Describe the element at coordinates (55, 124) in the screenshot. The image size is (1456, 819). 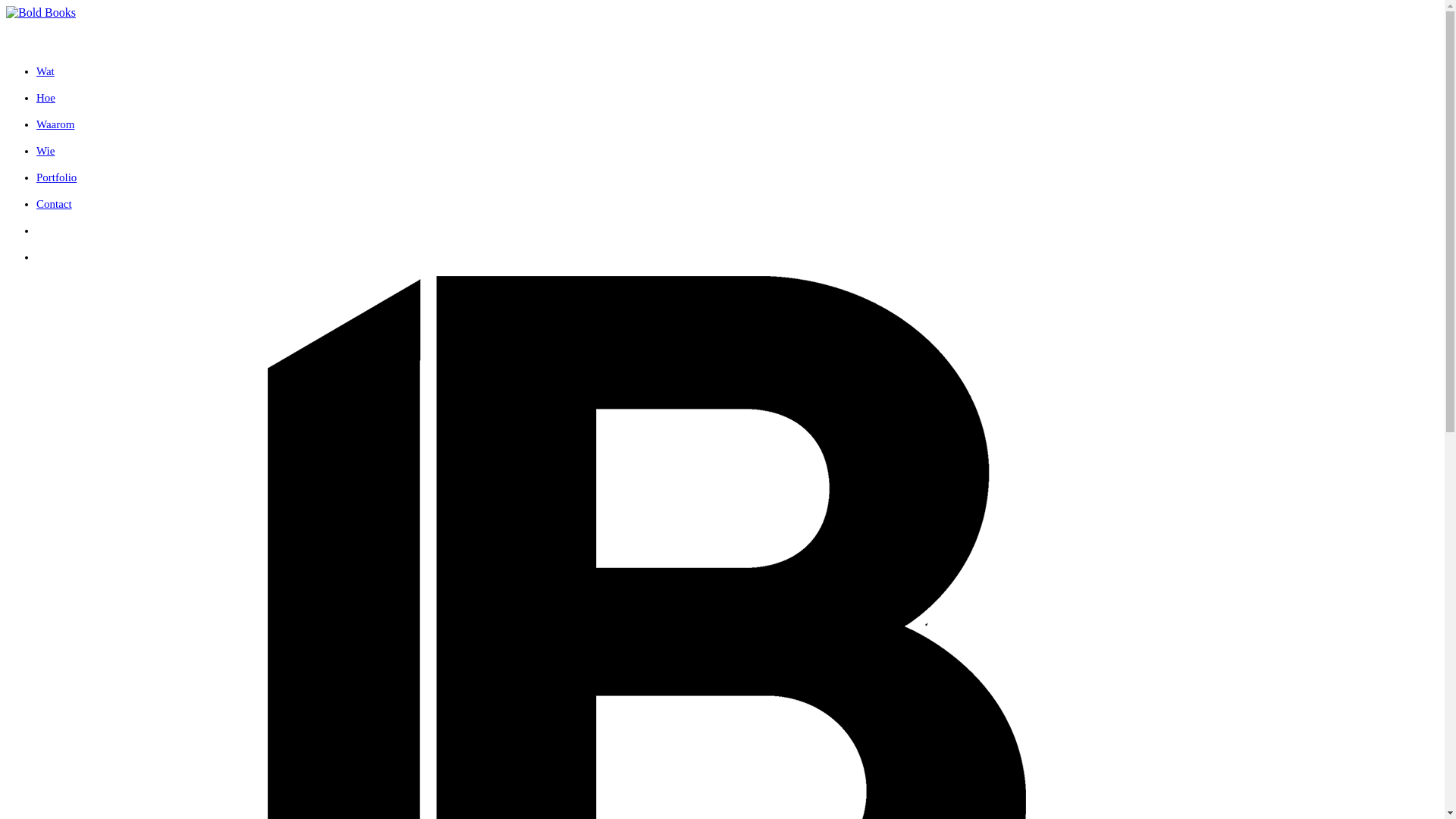
I see `'Waarom'` at that location.